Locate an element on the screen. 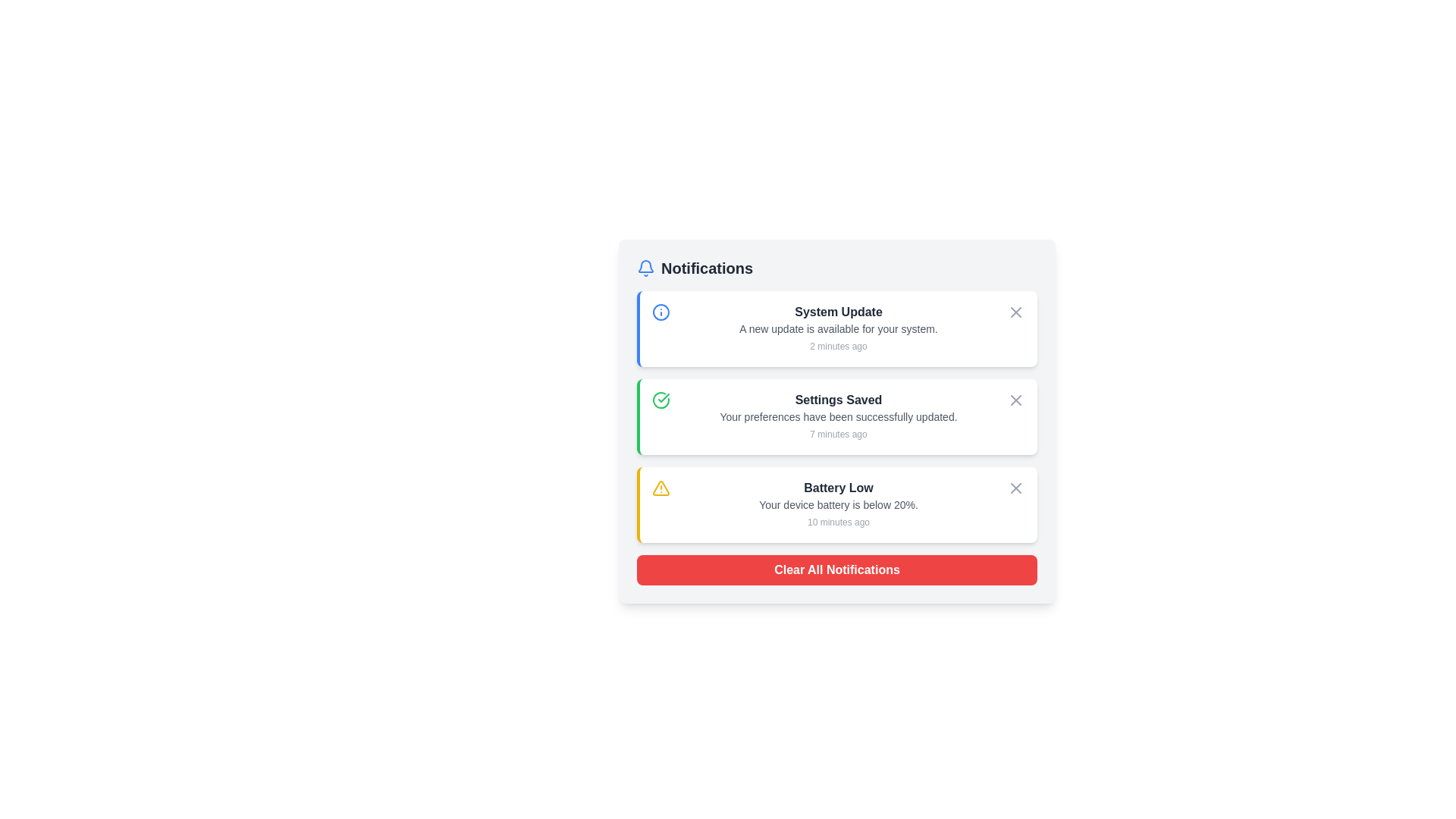 This screenshot has height=819, width=1456. the static text label displaying '7 minutes ago', which is positioned in the bottom-right corner of the notification block below the 'Settings Saved' heading is located at coordinates (837, 435).